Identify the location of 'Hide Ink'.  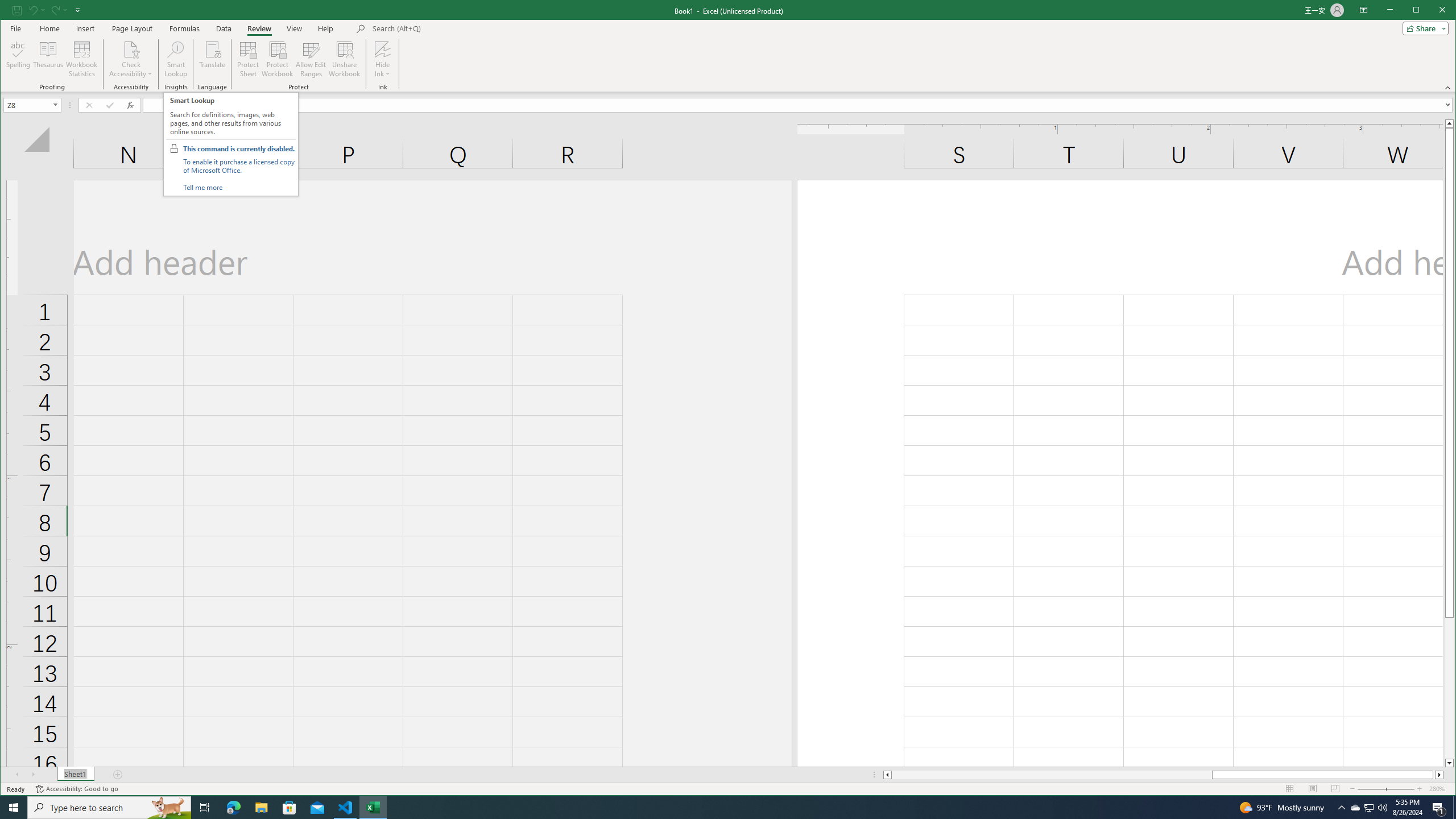
(382, 59).